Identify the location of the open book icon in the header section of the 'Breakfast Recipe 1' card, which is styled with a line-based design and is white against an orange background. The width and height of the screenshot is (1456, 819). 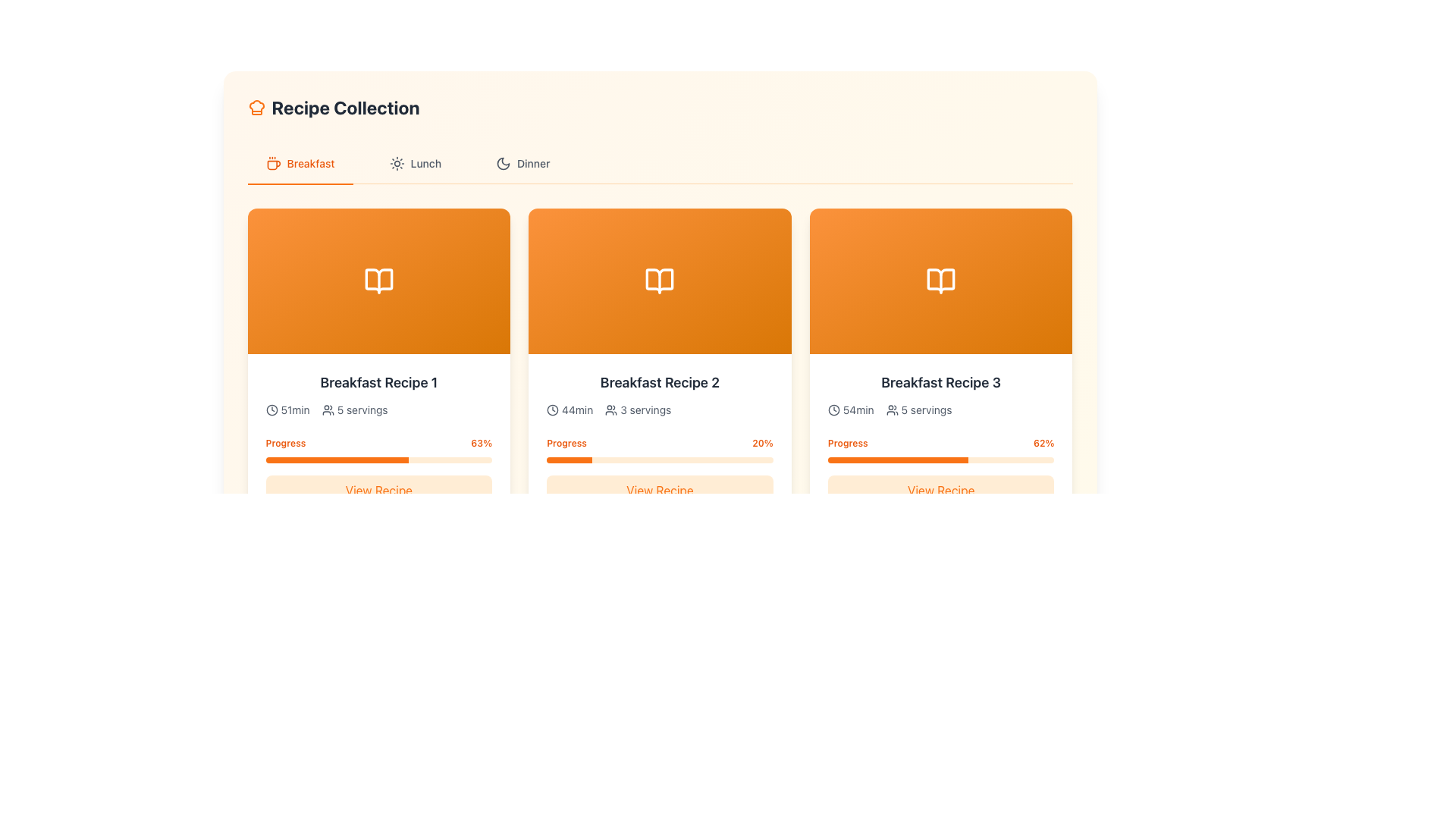
(378, 281).